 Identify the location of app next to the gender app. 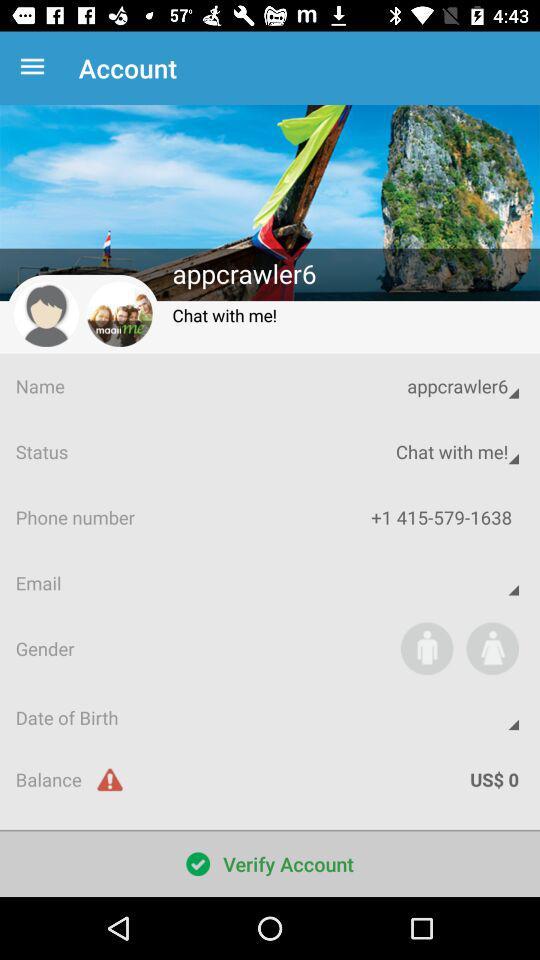
(426, 647).